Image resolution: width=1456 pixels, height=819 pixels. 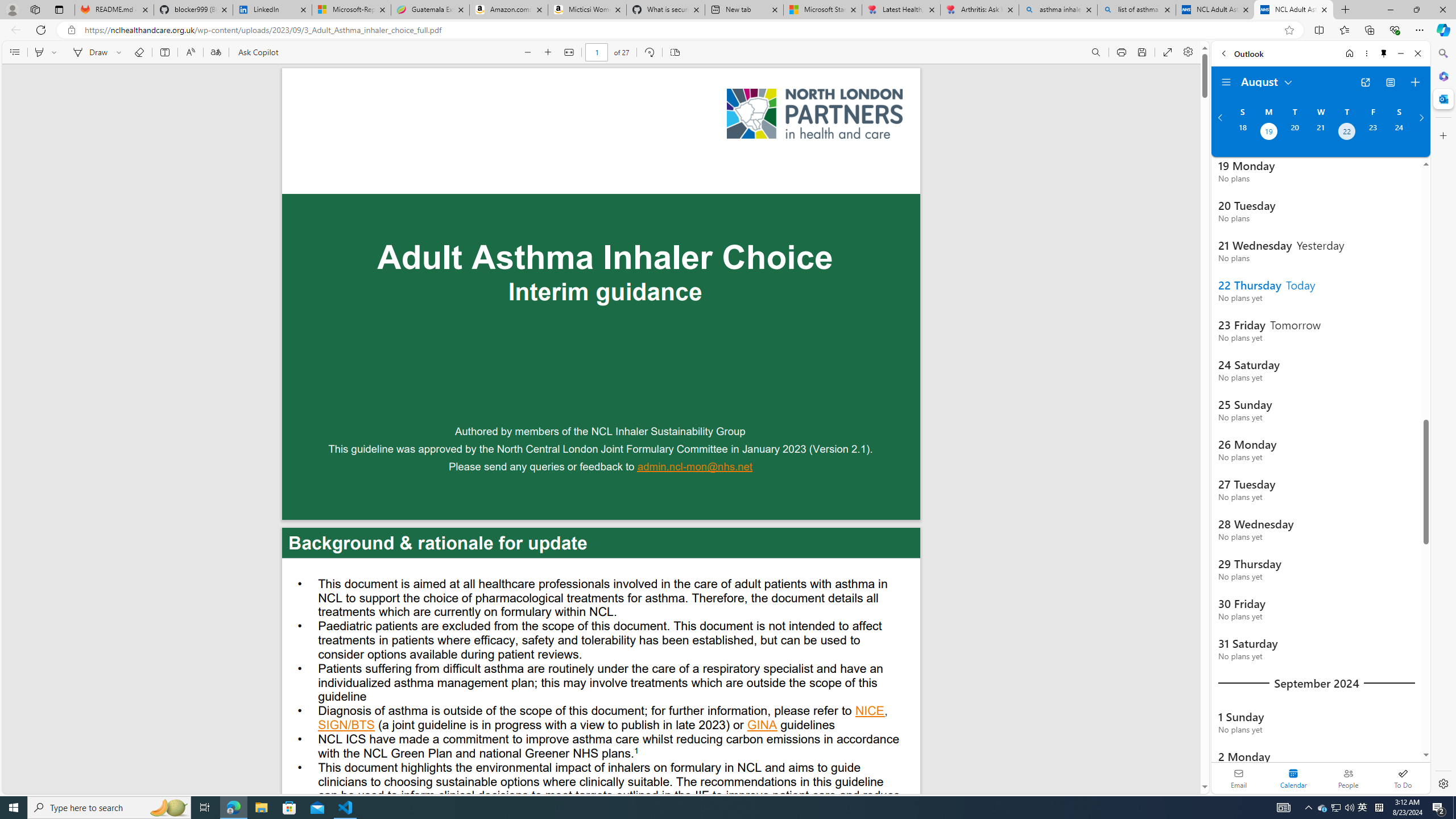 What do you see at coordinates (695, 468) in the screenshot?
I see `'admin.ncl-mon@nhs.net'` at bounding box center [695, 468].